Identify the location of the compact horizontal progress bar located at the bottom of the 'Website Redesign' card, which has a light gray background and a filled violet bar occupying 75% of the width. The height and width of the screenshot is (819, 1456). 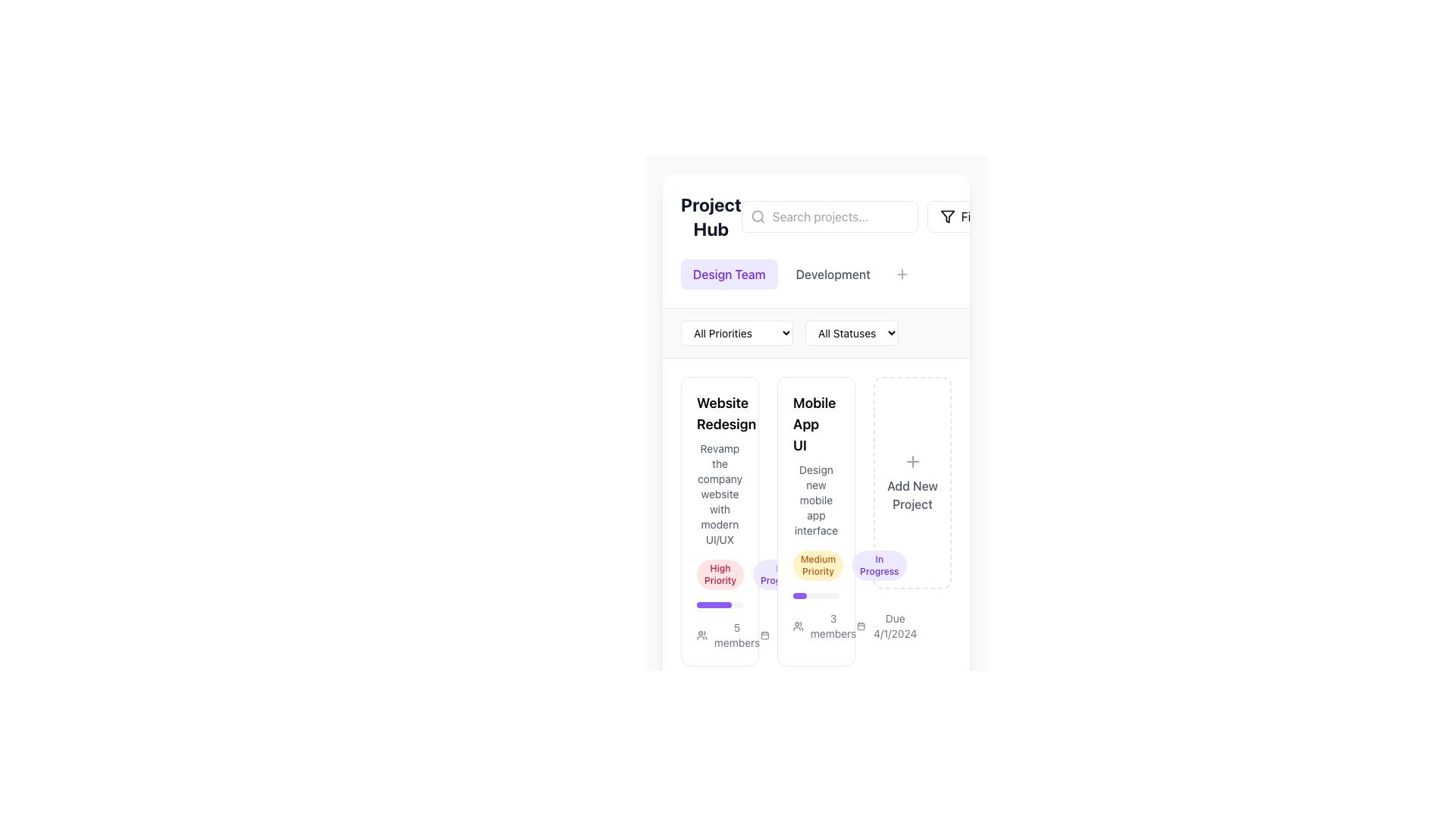
(719, 604).